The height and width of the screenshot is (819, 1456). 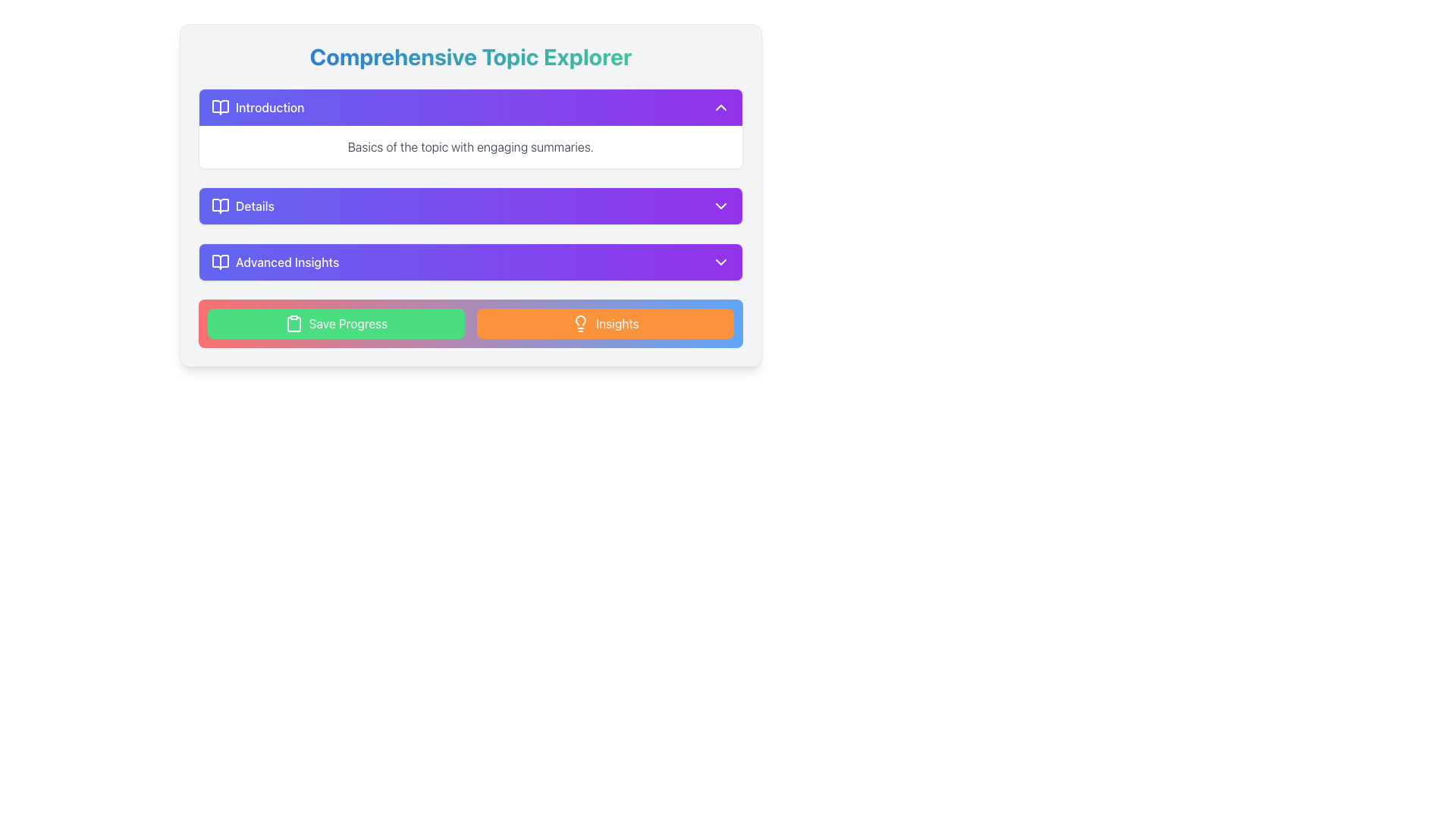 I want to click on the small book icon positioned immediately to the left of the 'Introduction' text label, which is aligned at the top of a list of collapsible sections, so click(x=220, y=107).